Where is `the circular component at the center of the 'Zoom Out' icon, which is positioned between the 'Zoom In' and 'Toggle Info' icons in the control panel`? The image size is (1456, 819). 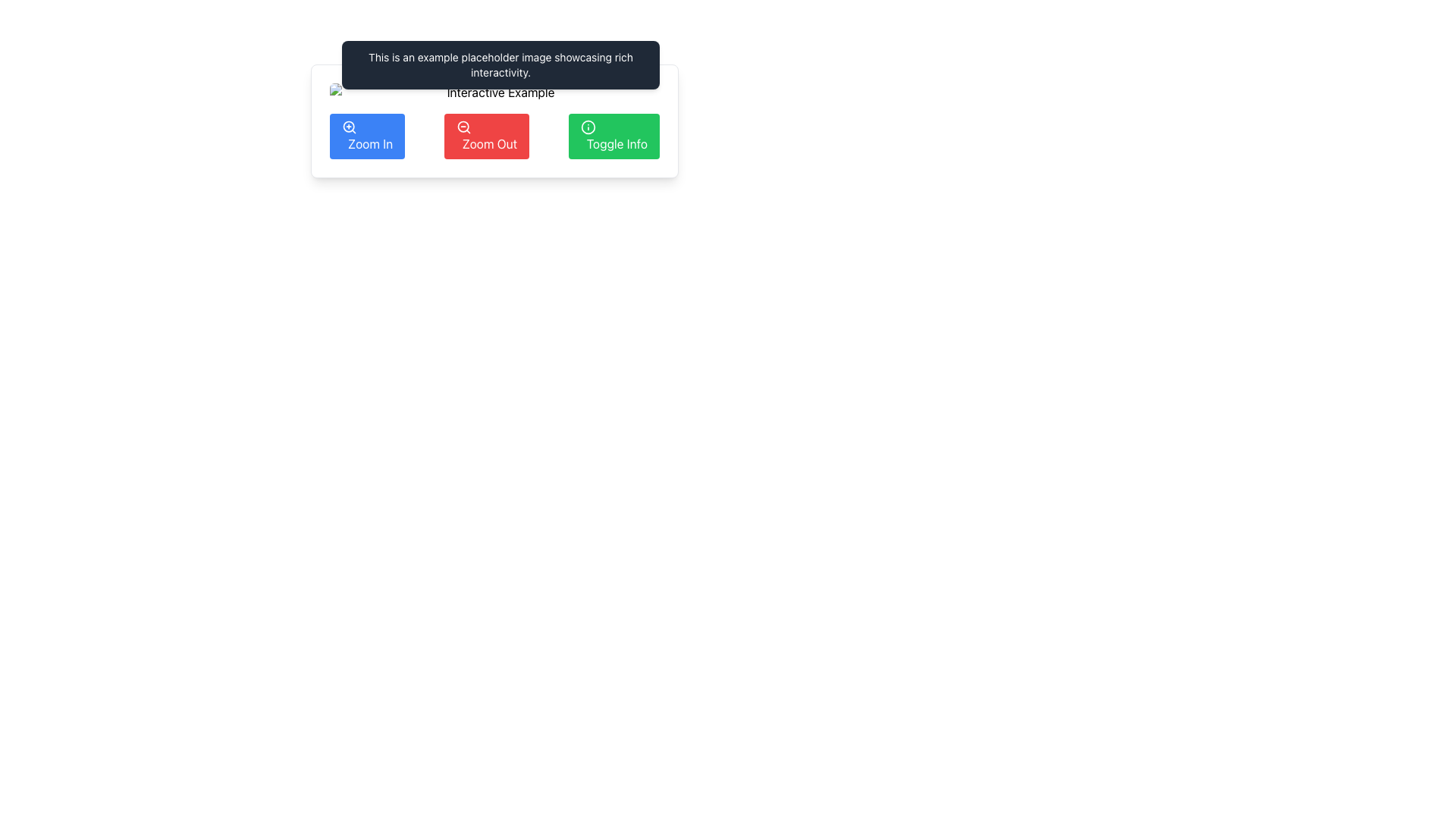 the circular component at the center of the 'Zoom Out' icon, which is positioned between the 'Zoom In' and 'Toggle Info' icons in the control panel is located at coordinates (462, 126).